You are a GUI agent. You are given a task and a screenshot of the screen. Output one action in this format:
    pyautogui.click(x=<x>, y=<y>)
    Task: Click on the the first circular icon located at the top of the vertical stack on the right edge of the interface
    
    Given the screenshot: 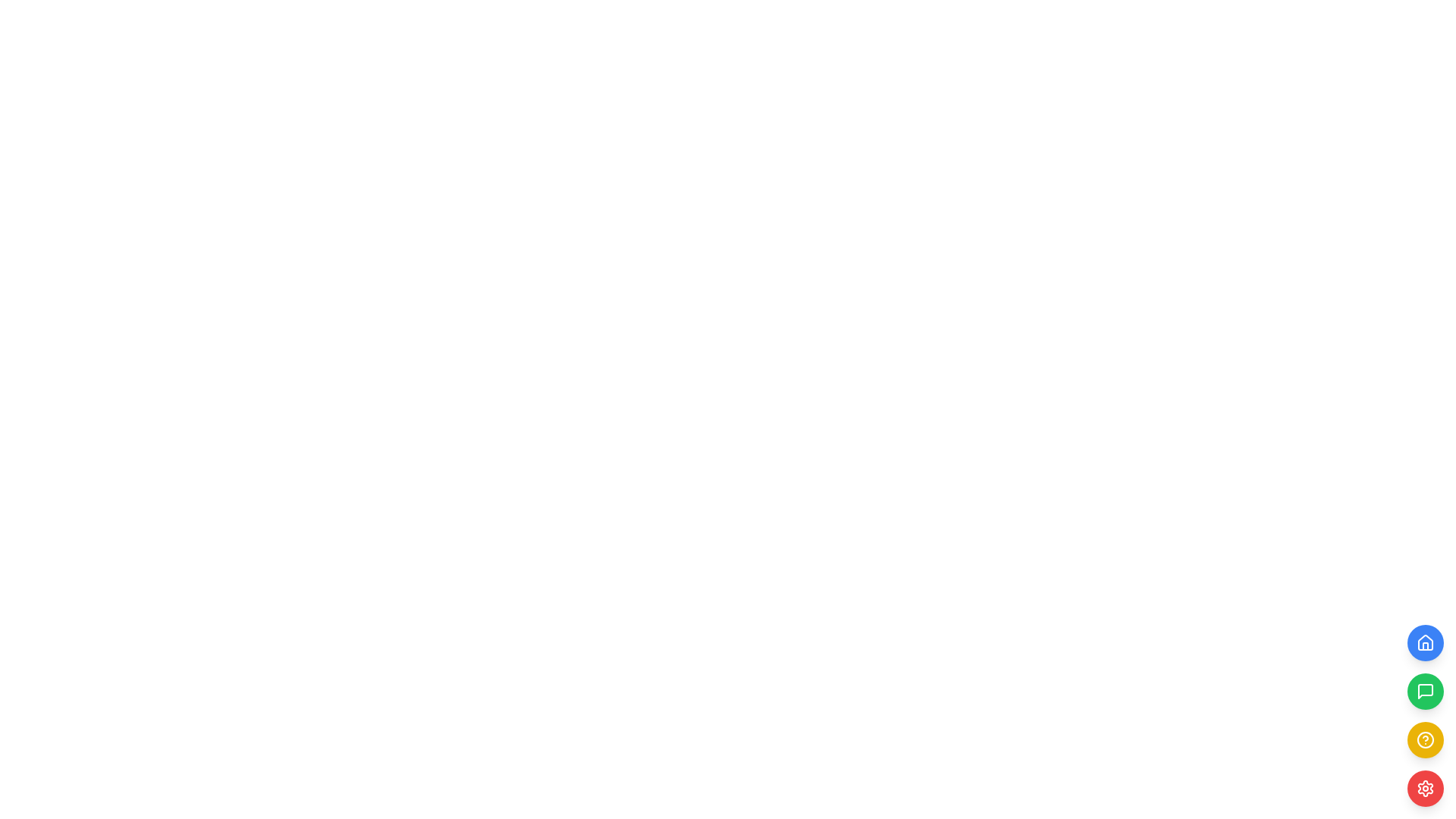 What is the action you would take?
    pyautogui.click(x=1425, y=642)
    